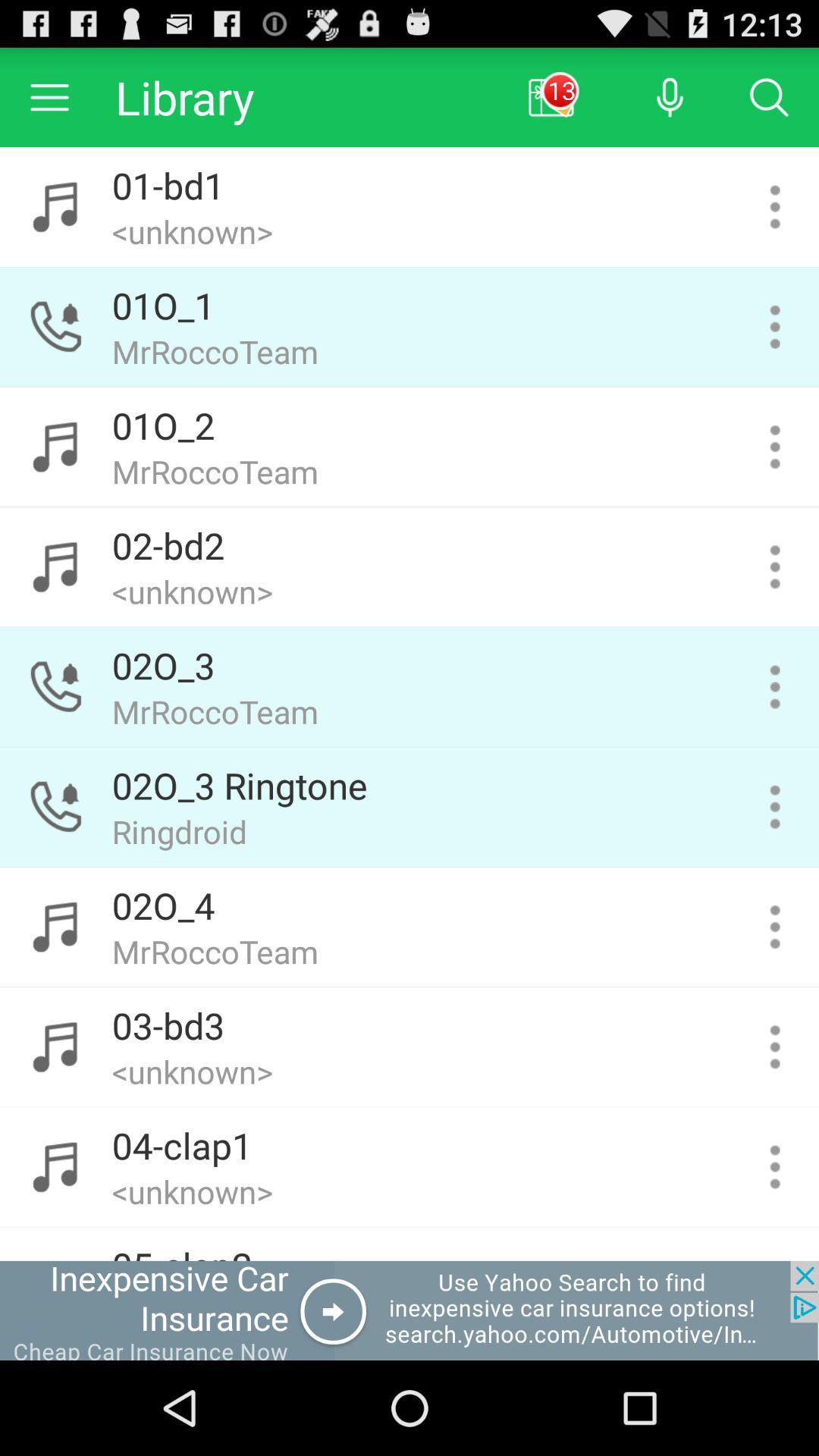  What do you see at coordinates (775, 206) in the screenshot?
I see `file options` at bounding box center [775, 206].